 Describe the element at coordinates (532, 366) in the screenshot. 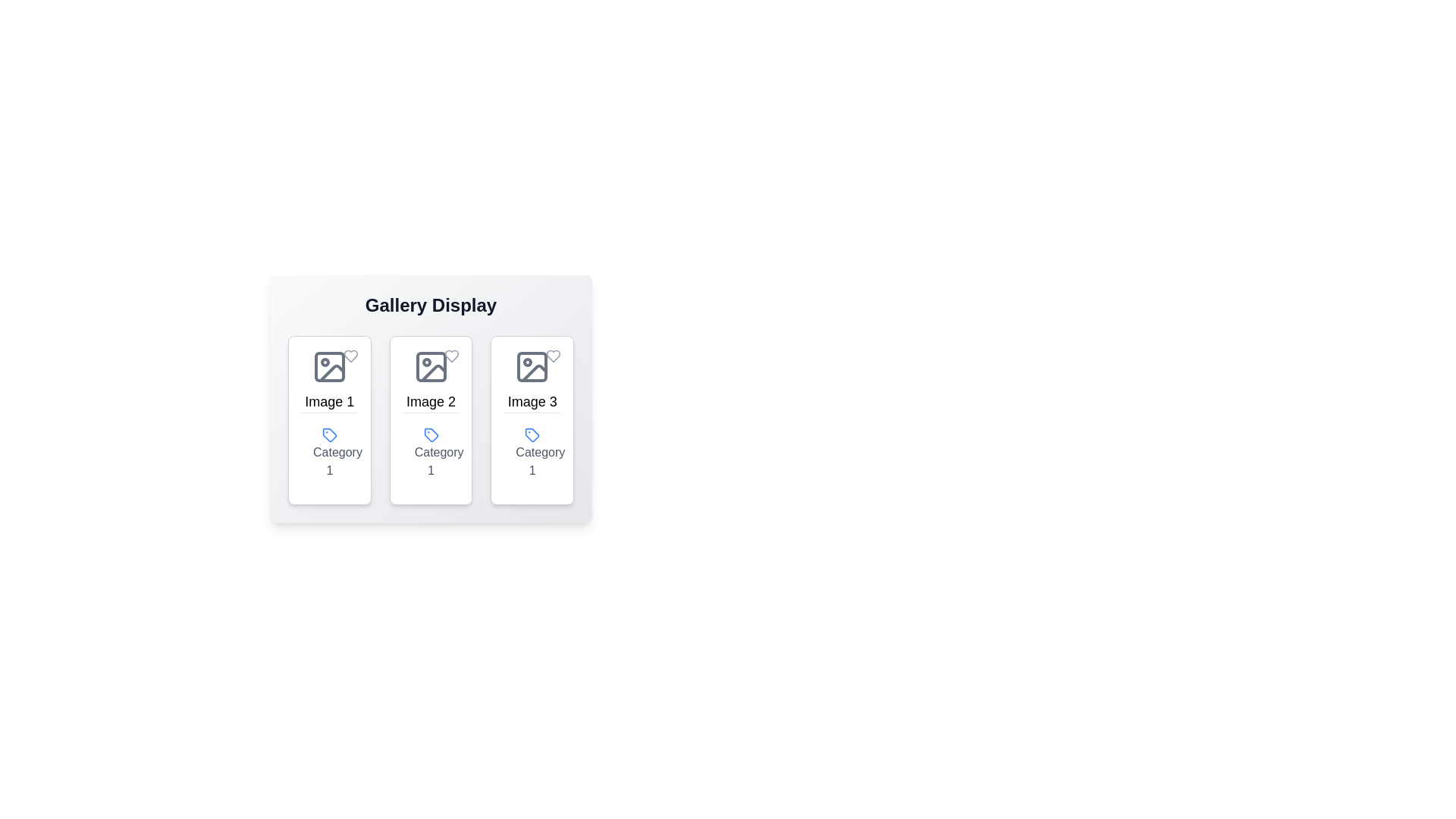

I see `the background shape of the third image placeholder in the gallery display, which serves as the primary visual base for the icon` at that location.